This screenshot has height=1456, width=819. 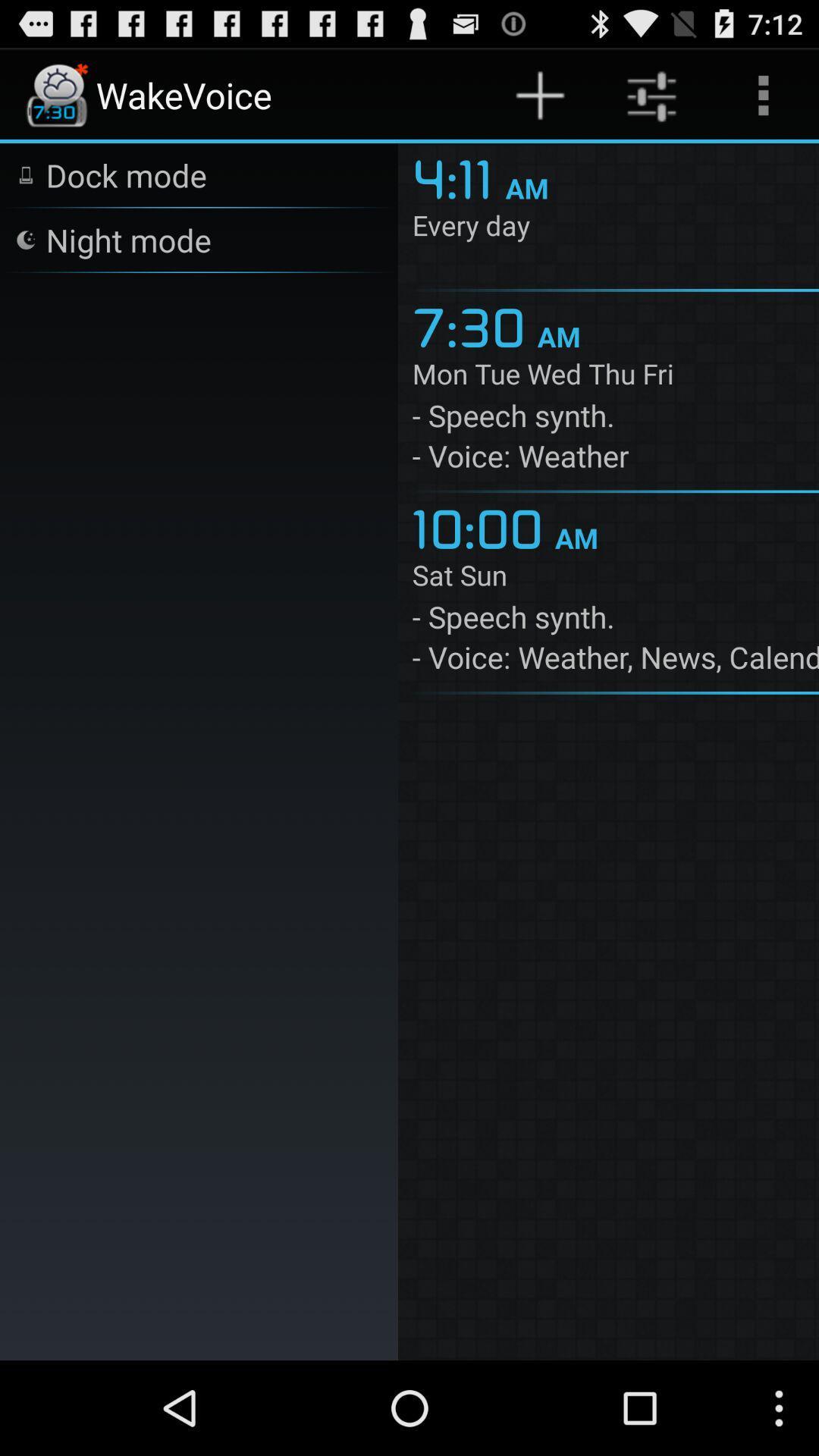 I want to click on icon to the left of the am, so click(x=458, y=177).